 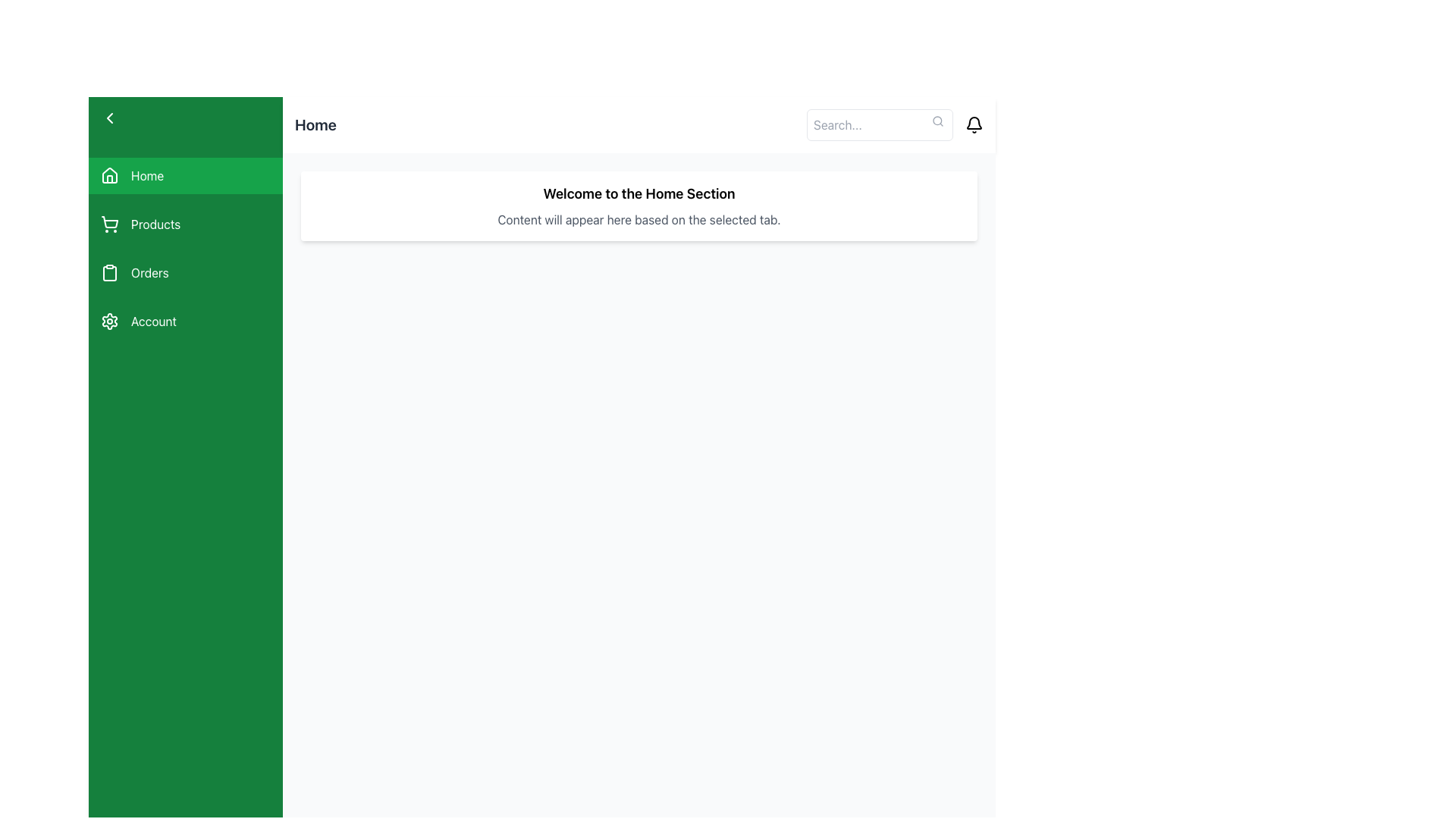 I want to click on the decorative house icon representing 'Home' in the navigation bar by interacting with the lower portion of the icon, so click(x=108, y=178).